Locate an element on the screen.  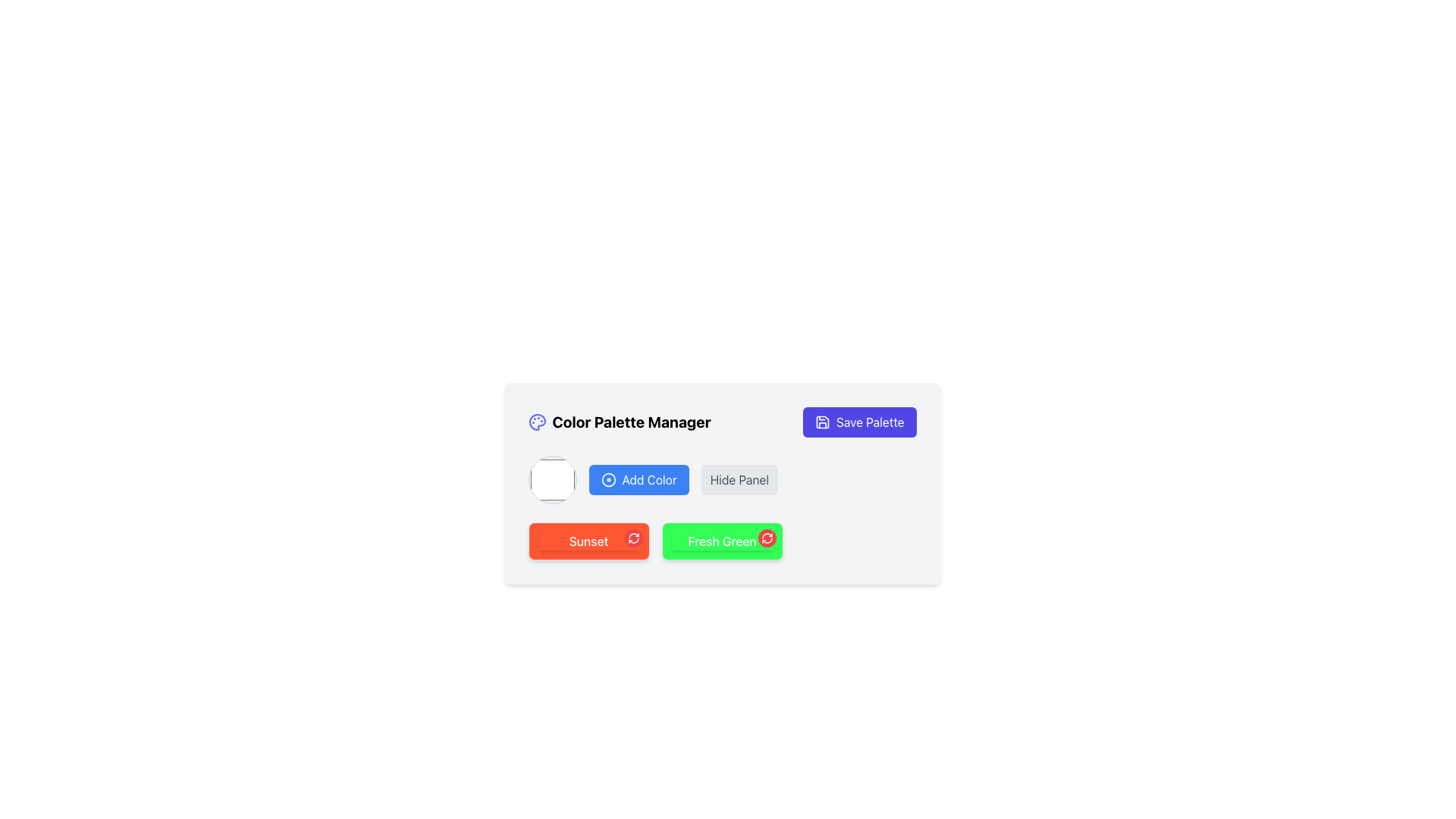
the 'Fresh Green' button located at the top-right corner of the green context box is located at coordinates (767, 537).